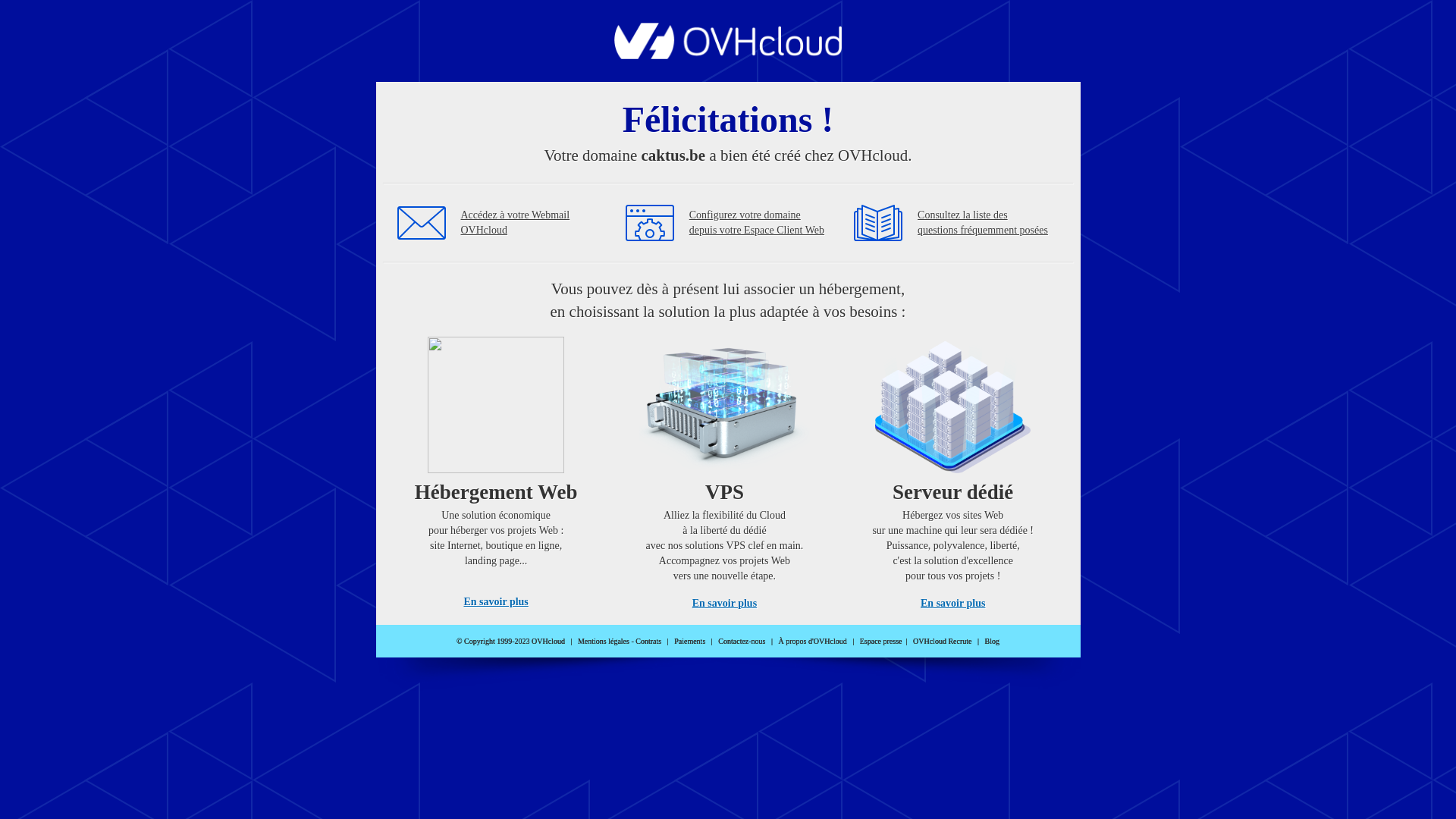 This screenshot has width=1456, height=819. What do you see at coordinates (728, 54) in the screenshot?
I see `'OVHcloud'` at bounding box center [728, 54].